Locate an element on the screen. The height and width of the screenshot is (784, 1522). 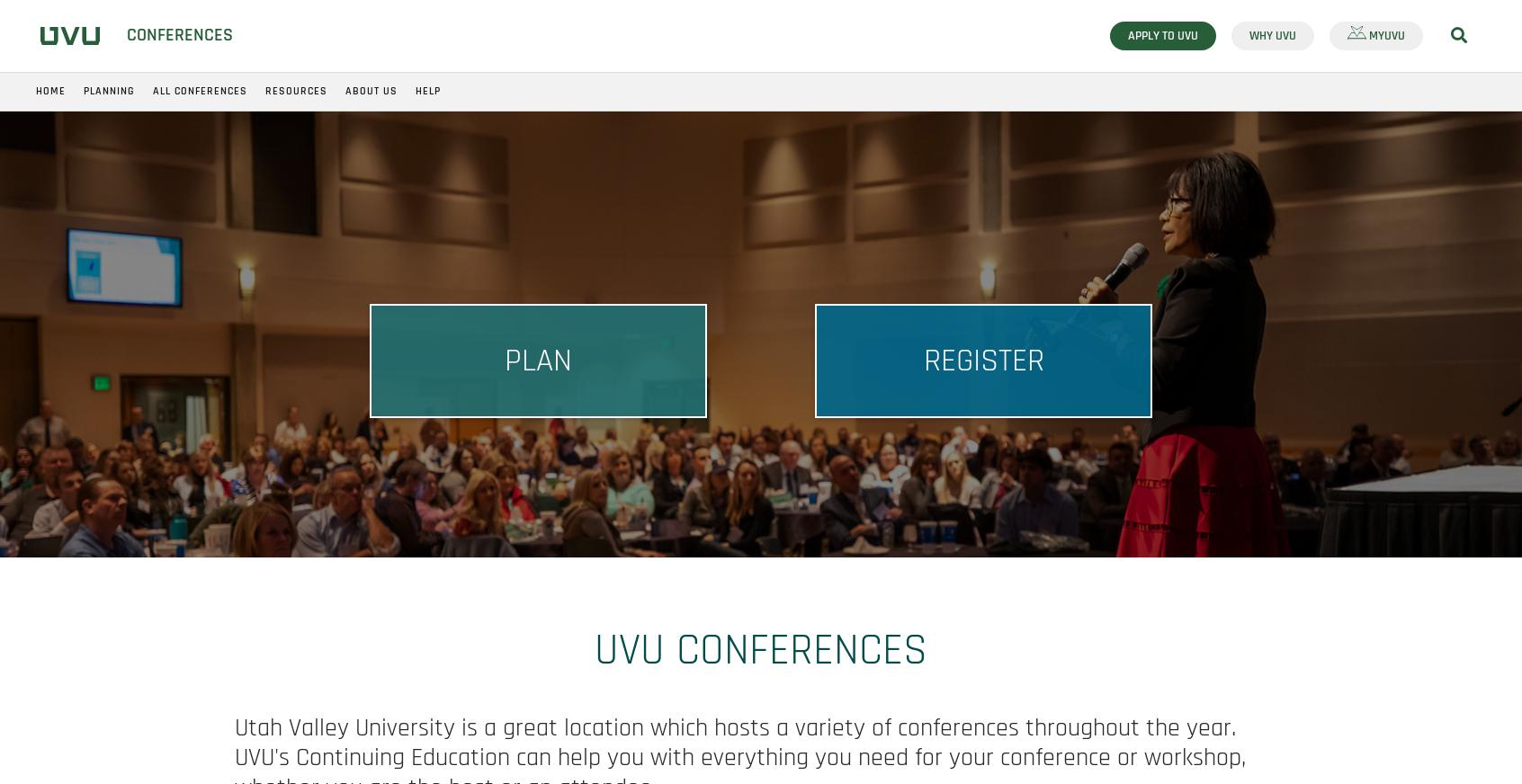
'Register' is located at coordinates (983, 361).